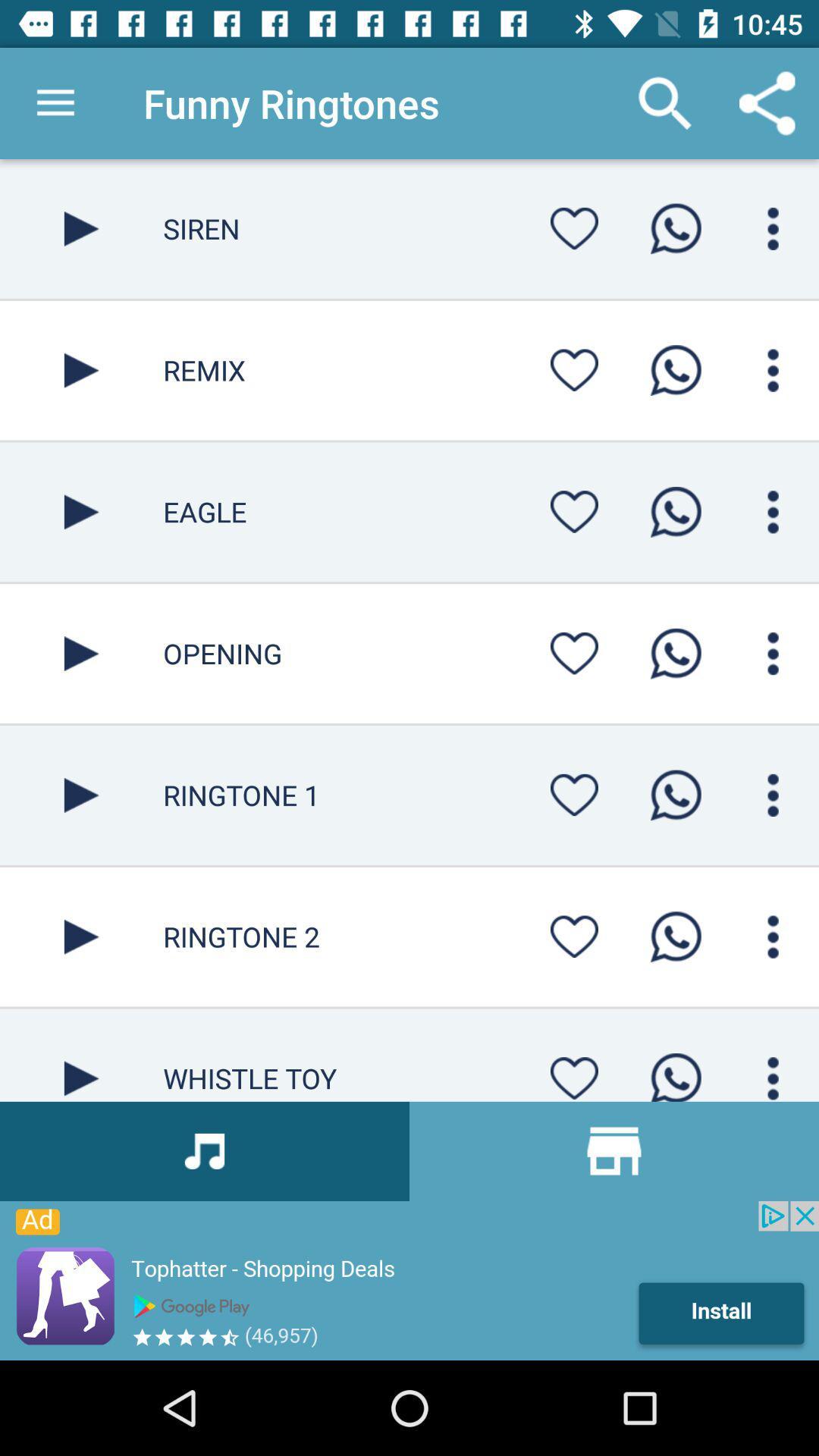  Describe the element at coordinates (574, 512) in the screenshot. I see `set as favorite` at that location.